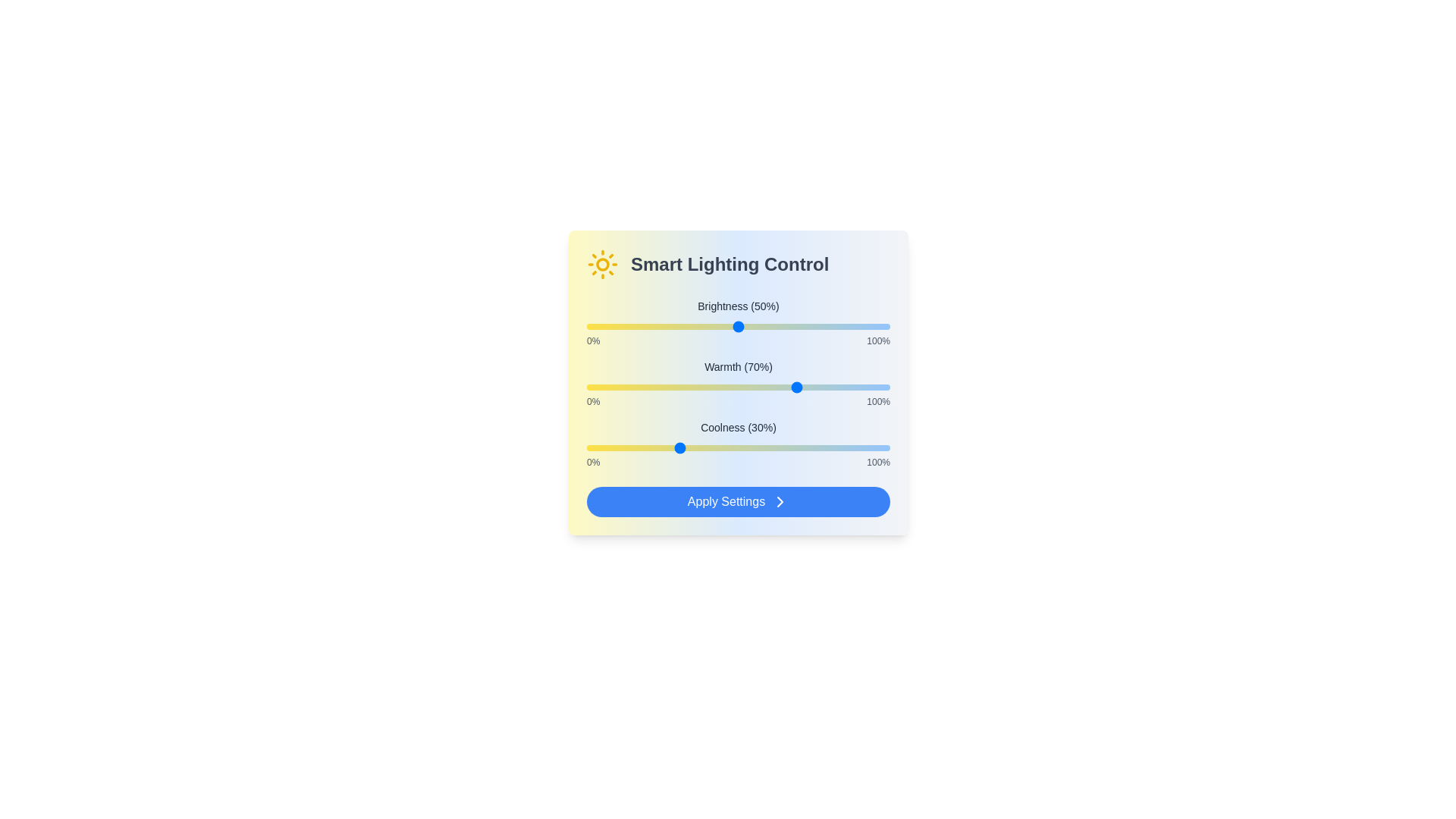 This screenshot has height=819, width=1456. What do you see at coordinates (851, 447) in the screenshot?
I see `the Coolness slider to 87%` at bounding box center [851, 447].